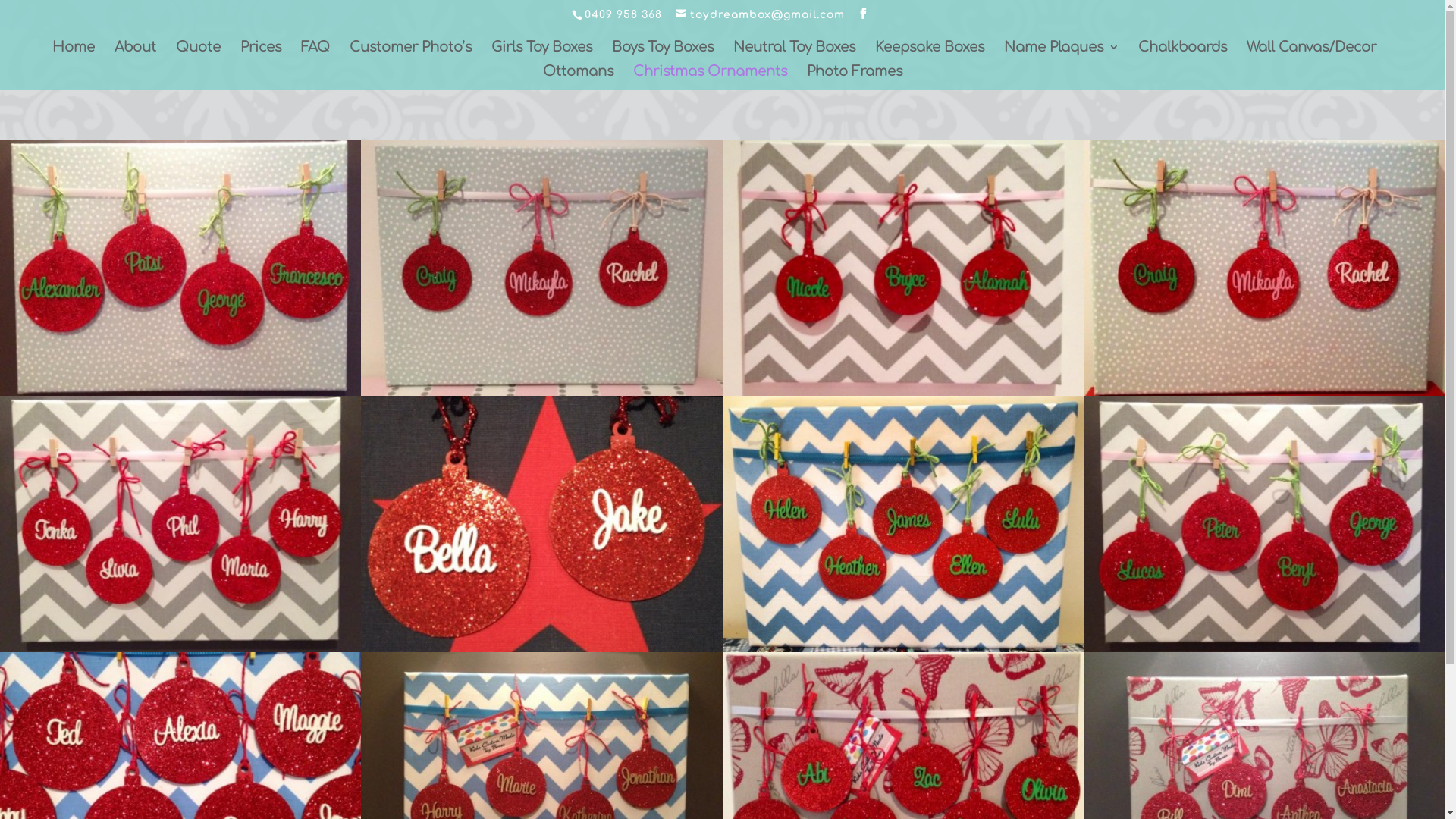  Describe the element at coordinates (197, 52) in the screenshot. I see `'Quote'` at that location.